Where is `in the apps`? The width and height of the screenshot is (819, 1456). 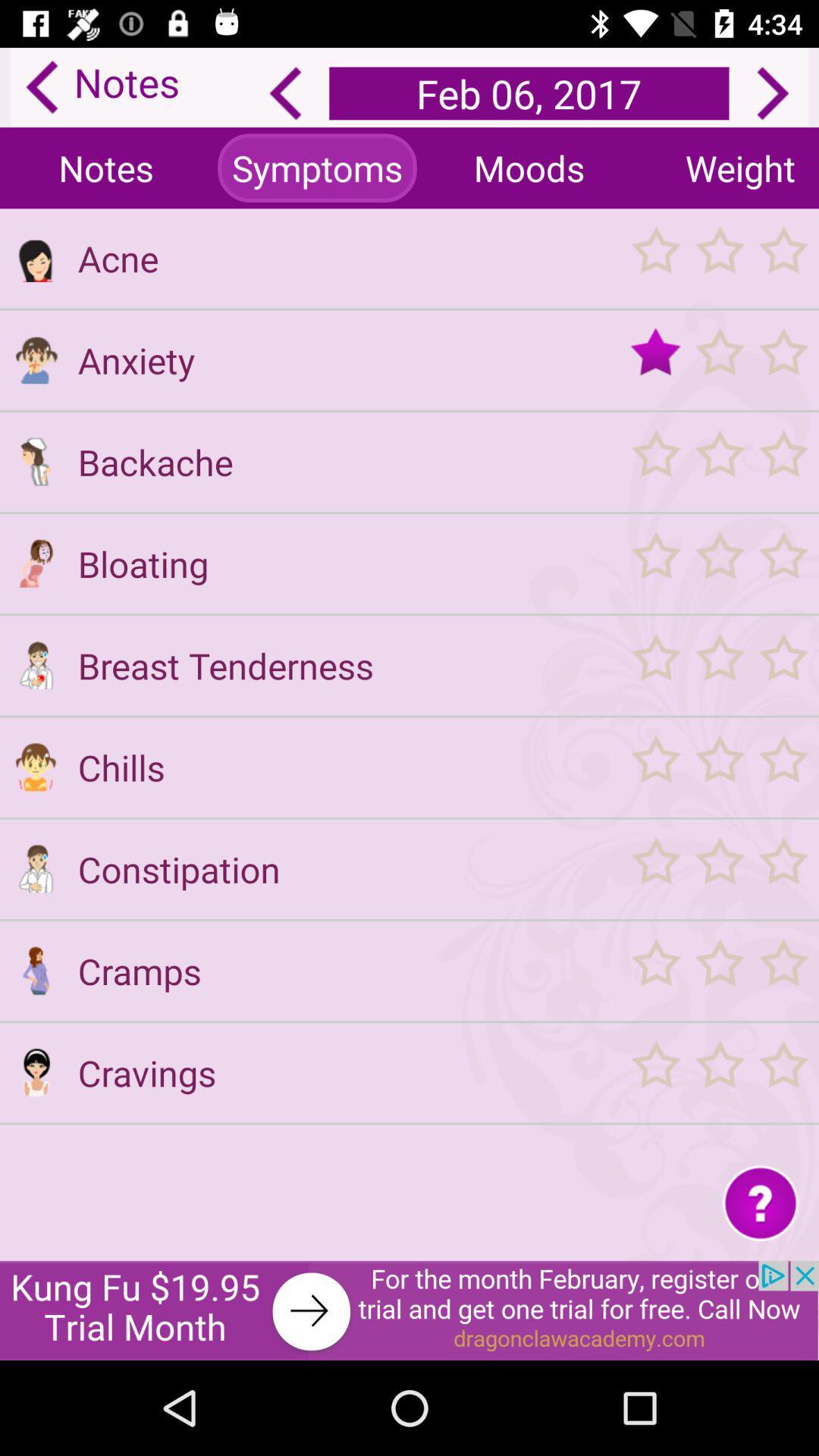 in the apps is located at coordinates (35, 1143).